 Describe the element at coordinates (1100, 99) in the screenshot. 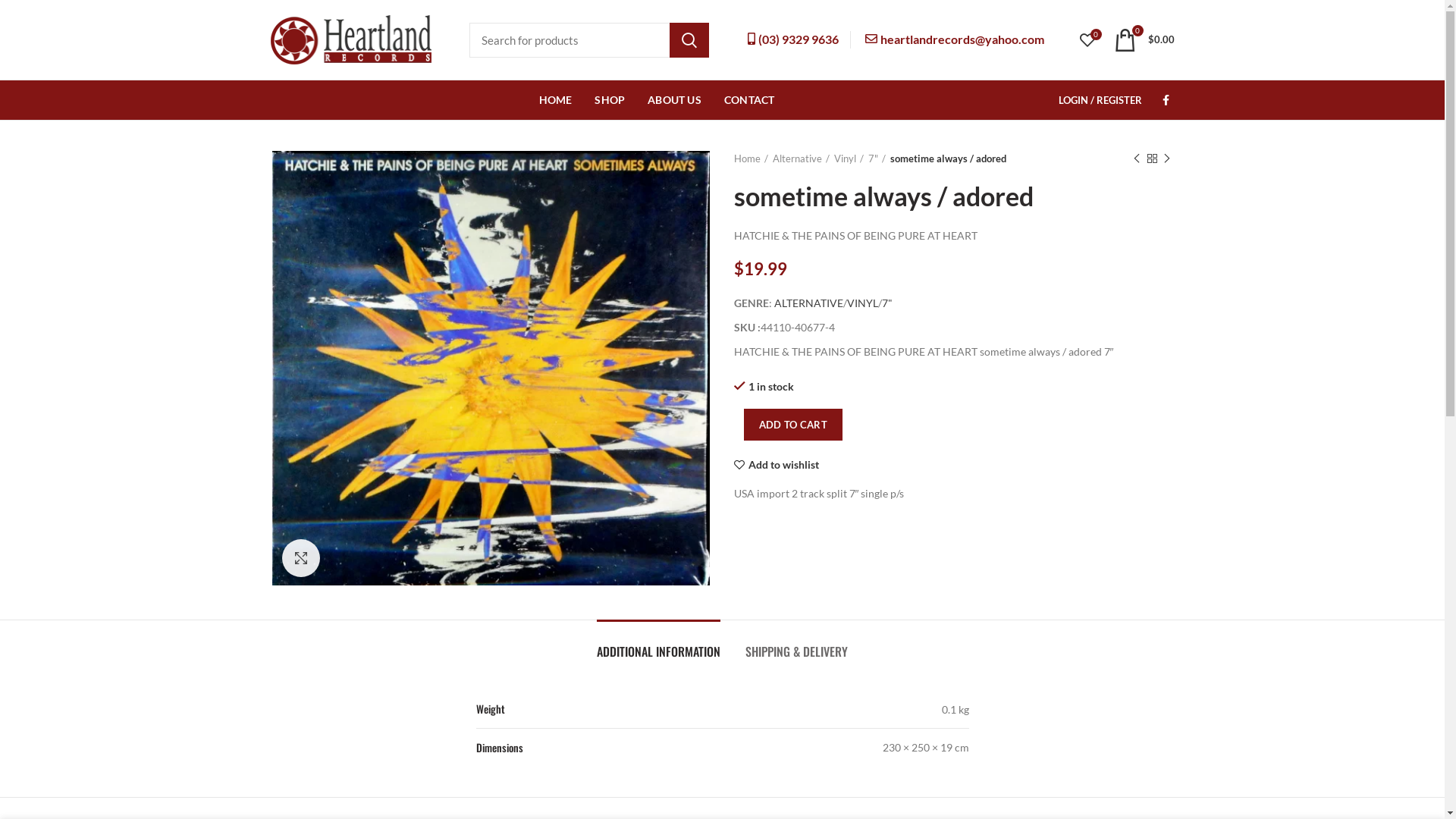

I see `'LOGIN / REGISTER'` at that location.